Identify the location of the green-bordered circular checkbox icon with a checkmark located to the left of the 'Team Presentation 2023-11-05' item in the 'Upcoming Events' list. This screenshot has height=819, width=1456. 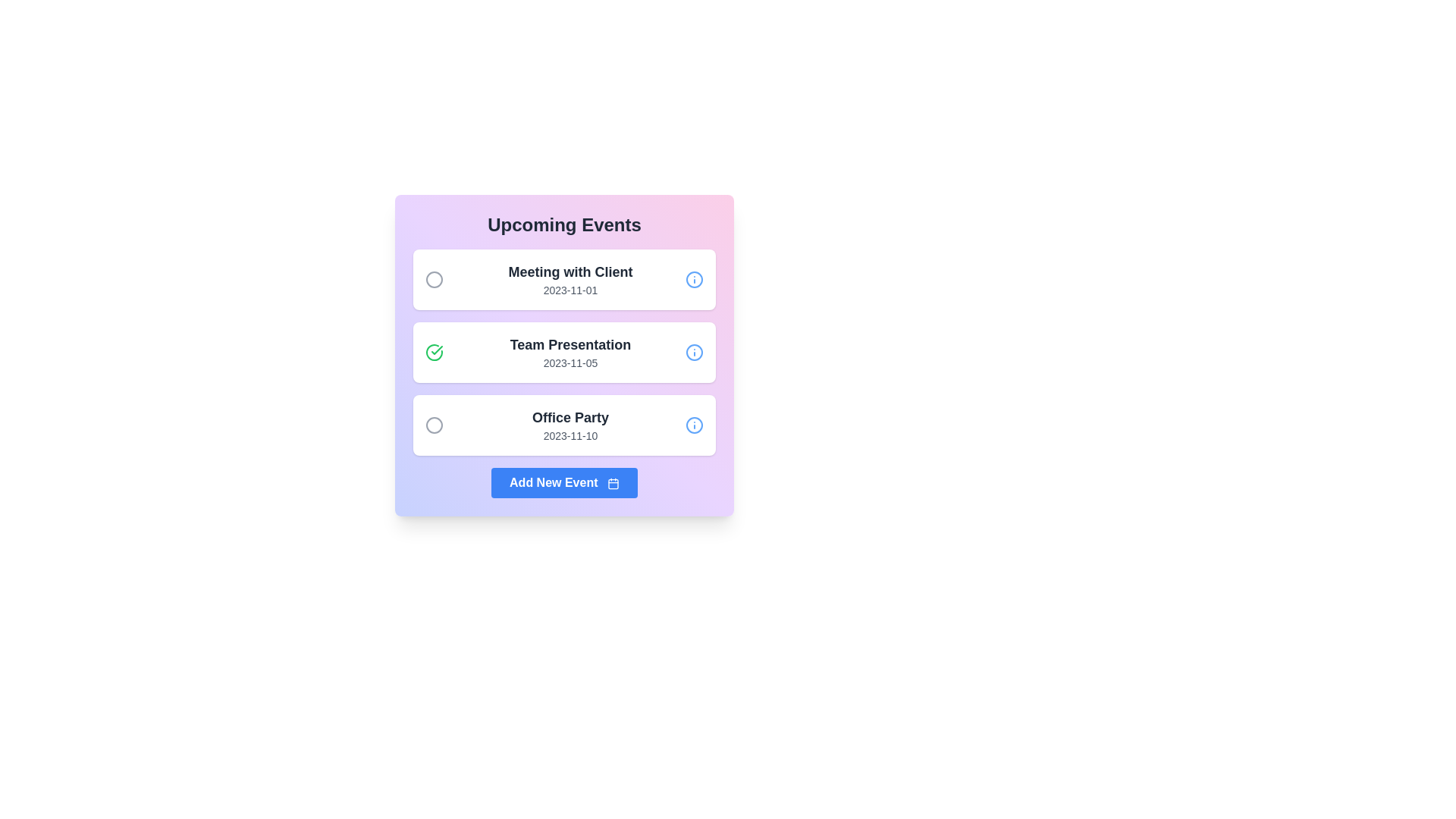
(433, 353).